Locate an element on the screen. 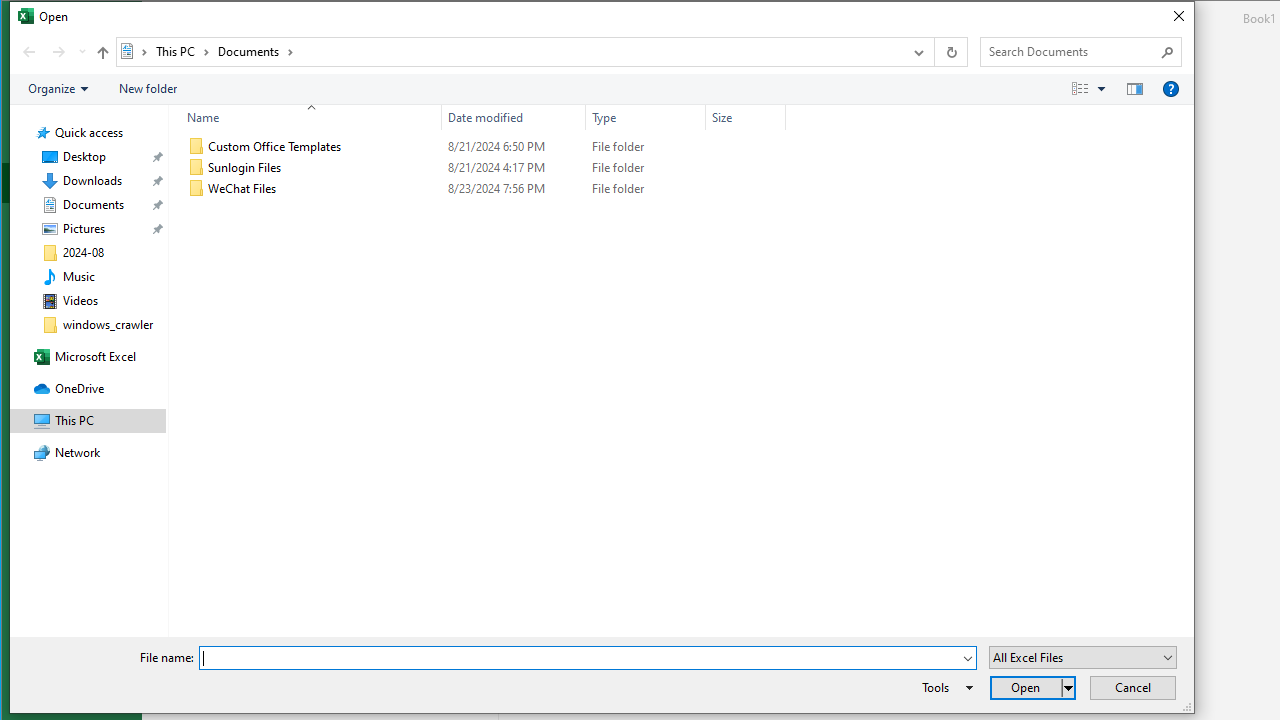 Image resolution: width=1280 pixels, height=720 pixels. 'Open' is located at coordinates (1032, 687).